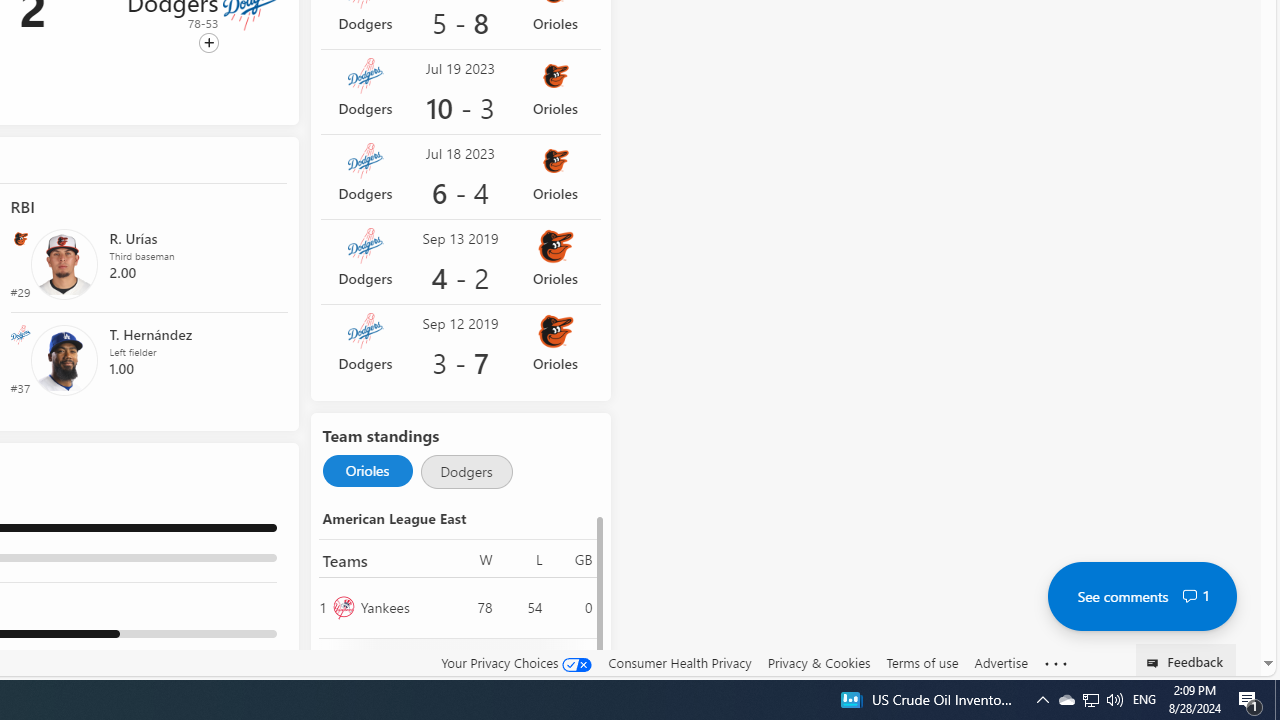 This screenshot has width=1280, height=720. Describe the element at coordinates (818, 662) in the screenshot. I see `'Privacy & Cookies'` at that location.